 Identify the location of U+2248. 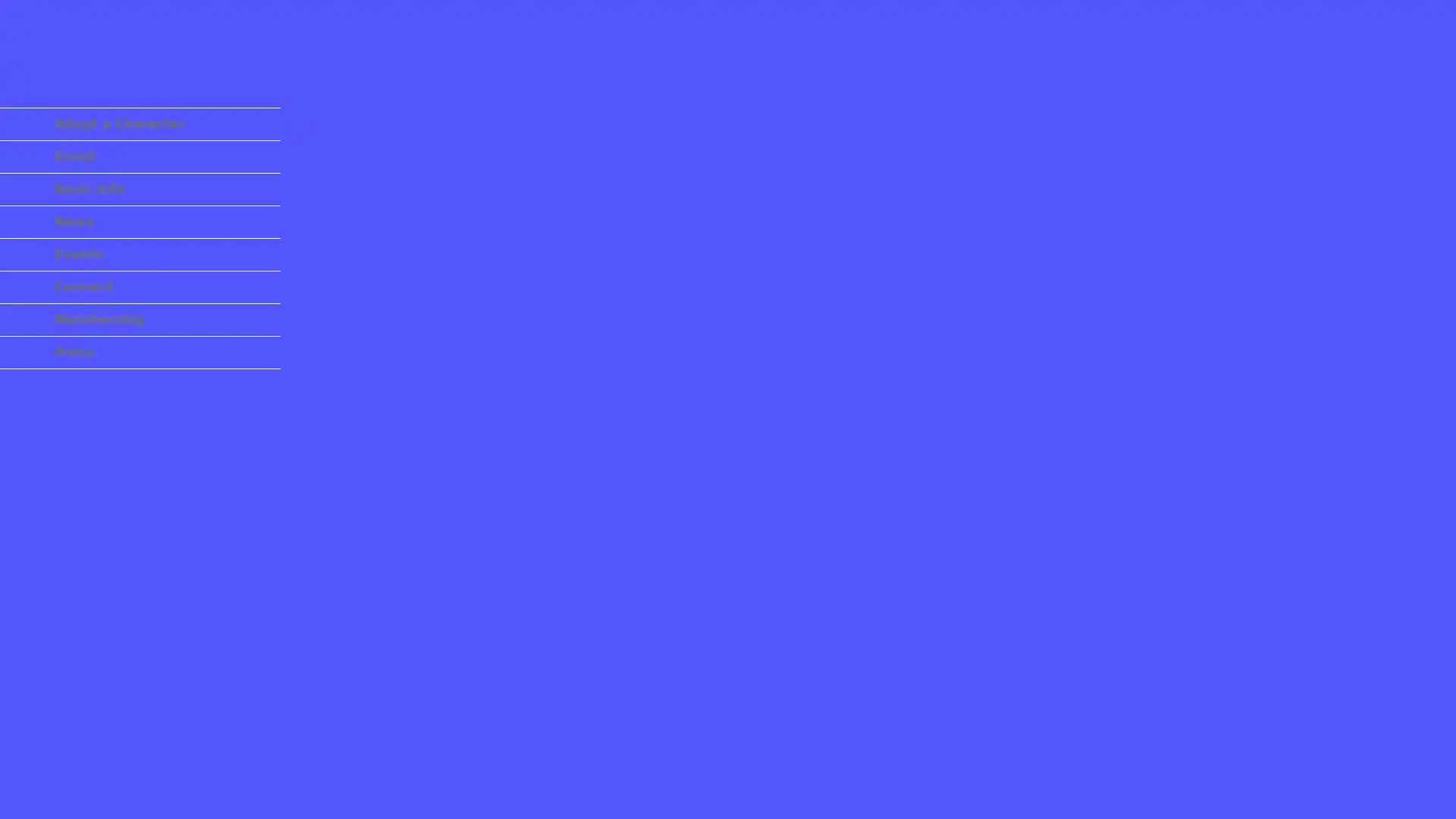
(927, 531).